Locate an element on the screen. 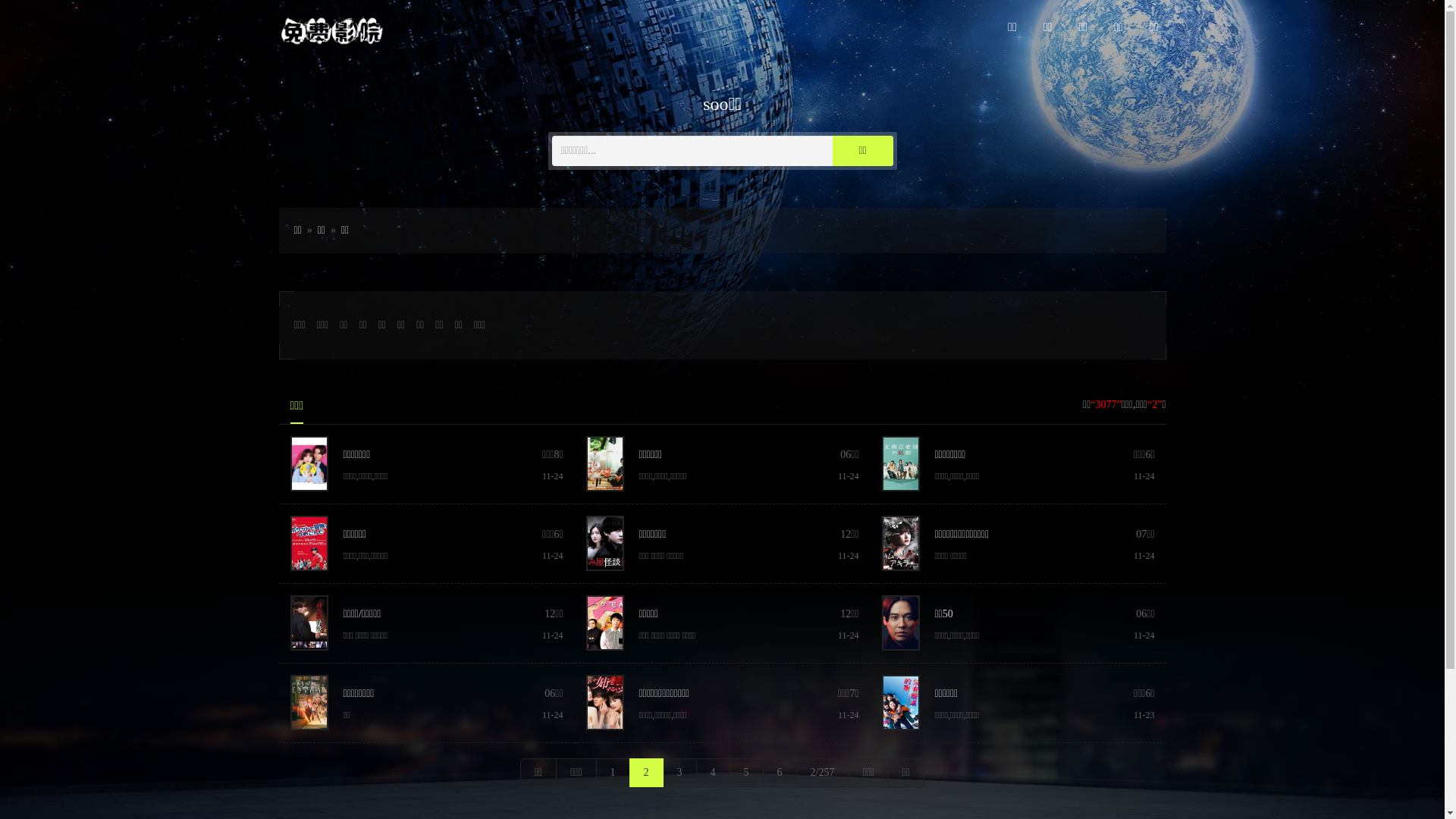  '3' is located at coordinates (662, 772).